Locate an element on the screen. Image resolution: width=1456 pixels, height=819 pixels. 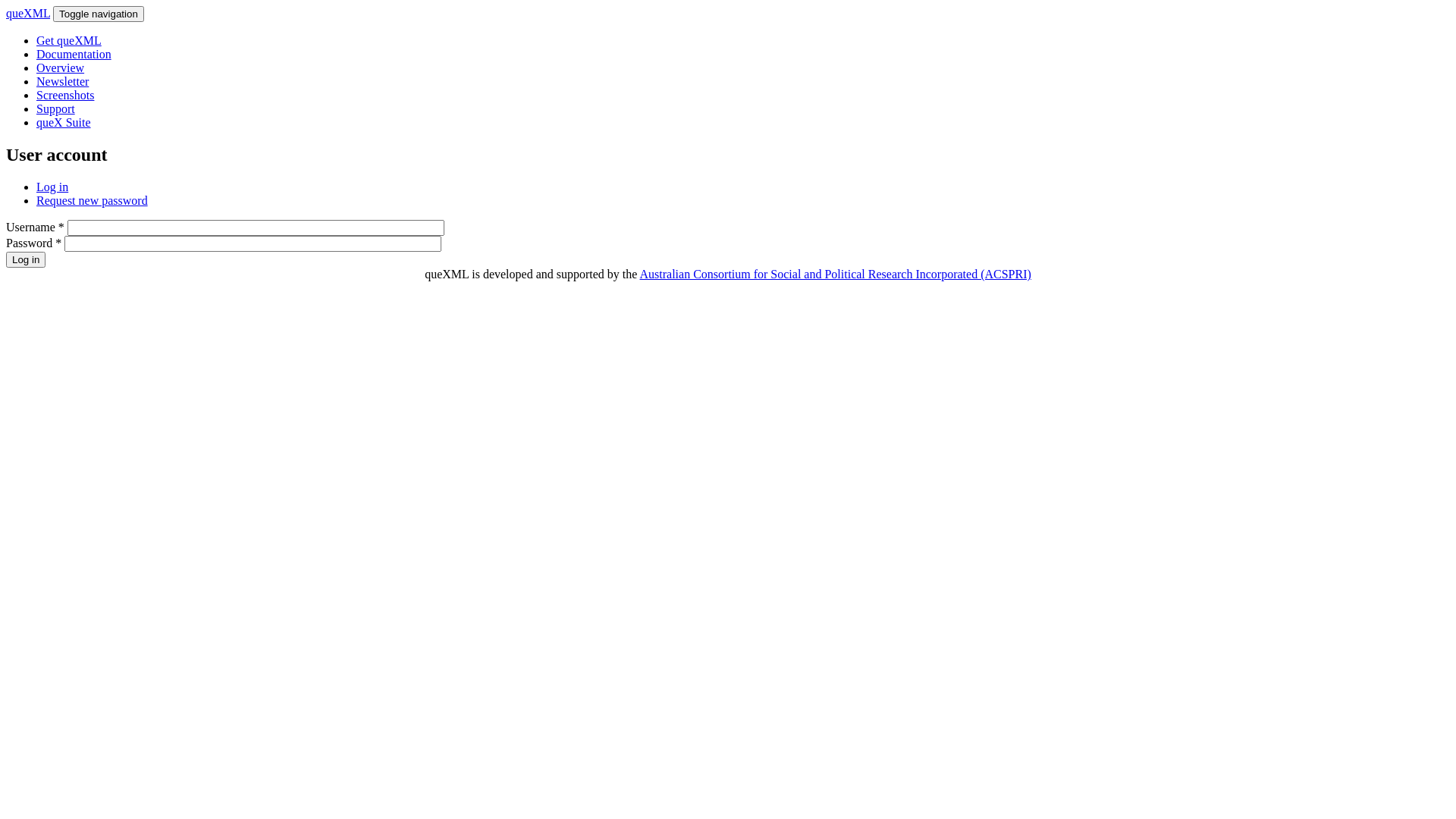
'Skip to main content' is located at coordinates (6, 6).